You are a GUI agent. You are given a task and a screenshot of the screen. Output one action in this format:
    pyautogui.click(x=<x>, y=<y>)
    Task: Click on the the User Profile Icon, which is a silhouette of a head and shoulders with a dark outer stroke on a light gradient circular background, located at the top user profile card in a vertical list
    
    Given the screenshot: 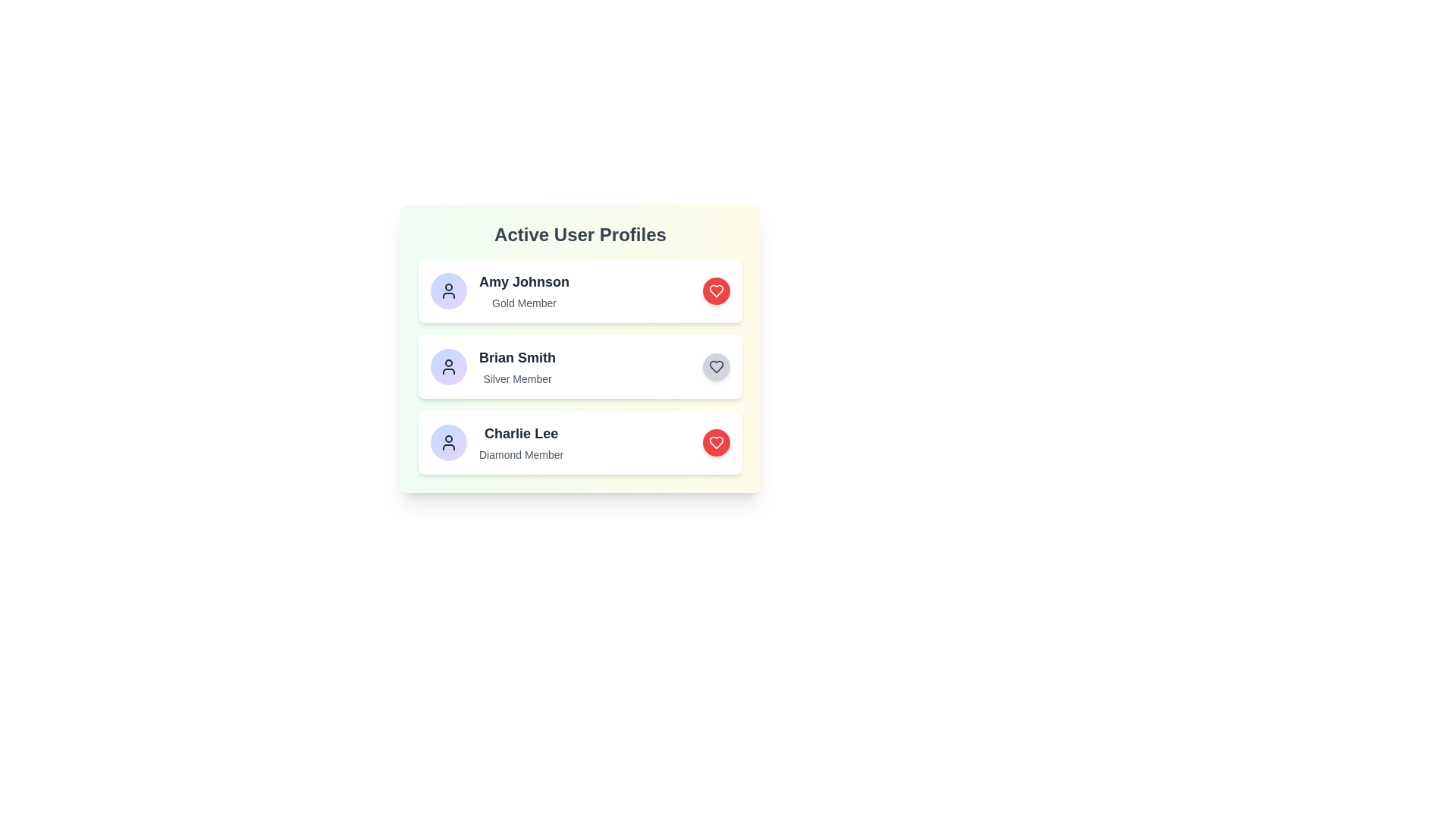 What is the action you would take?
    pyautogui.click(x=447, y=291)
    